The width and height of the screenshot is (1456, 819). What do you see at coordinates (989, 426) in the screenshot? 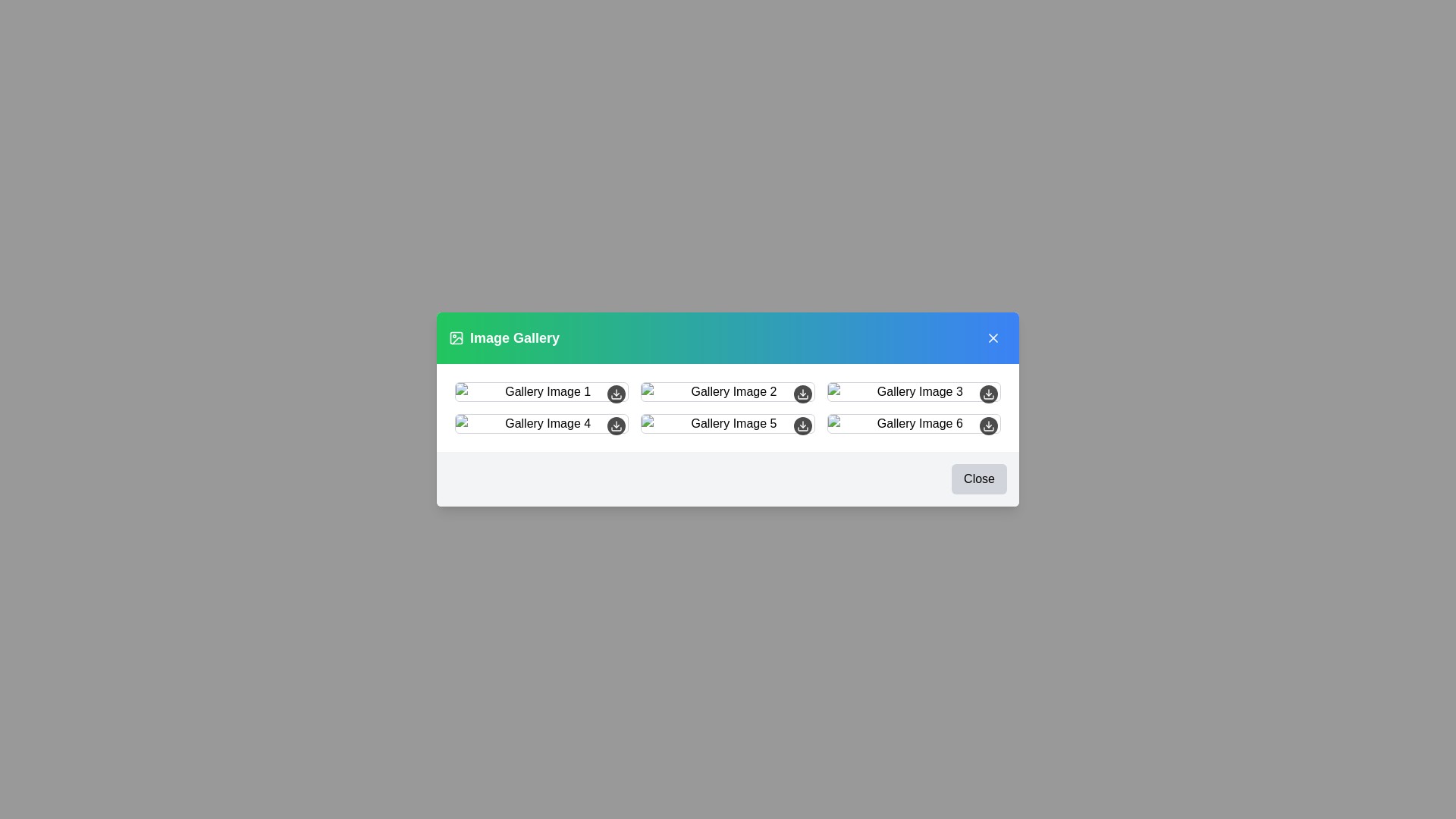
I see `the download button for image 6` at bounding box center [989, 426].